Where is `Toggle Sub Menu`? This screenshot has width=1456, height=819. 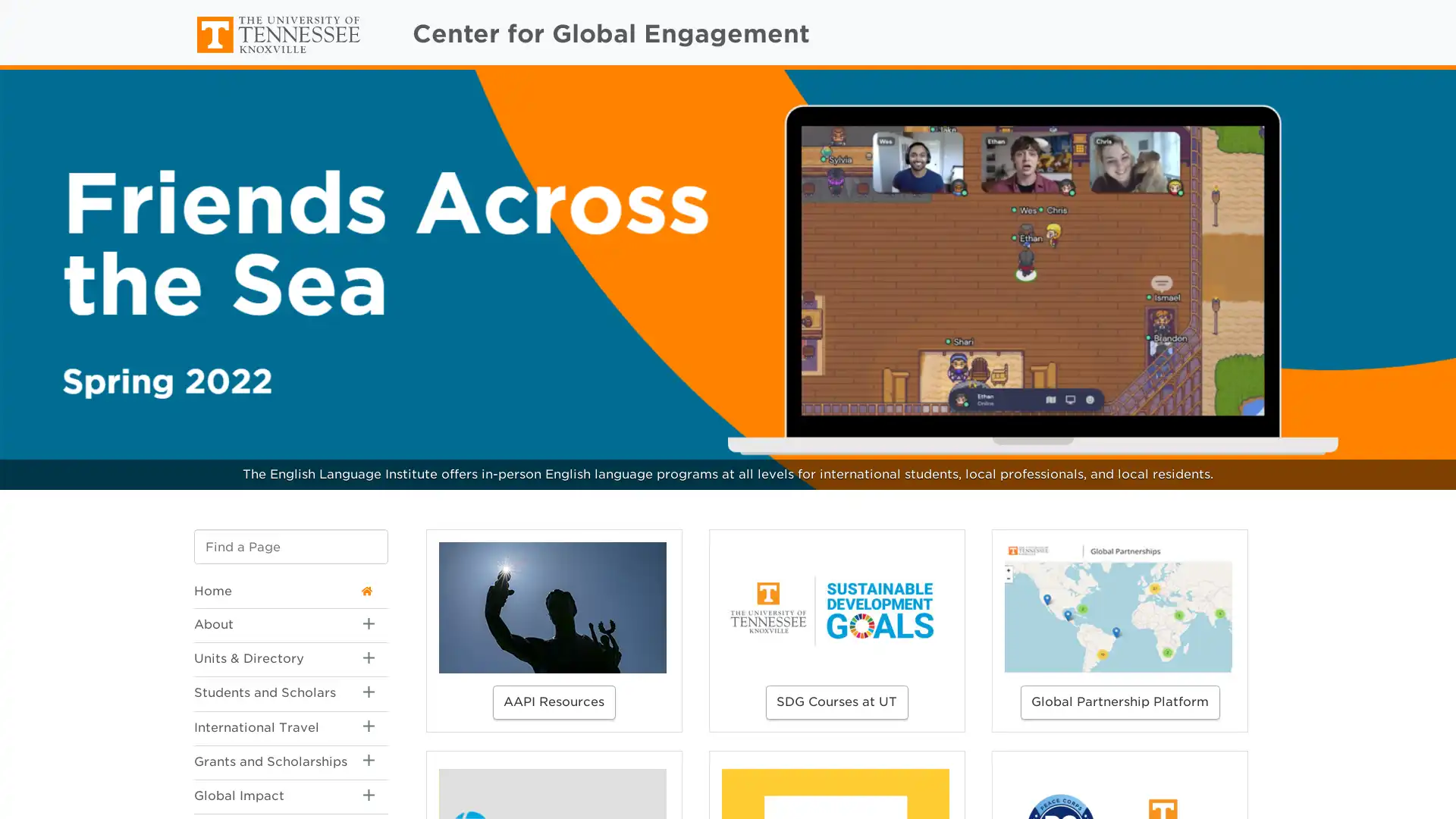 Toggle Sub Menu is located at coordinates (368, 762).